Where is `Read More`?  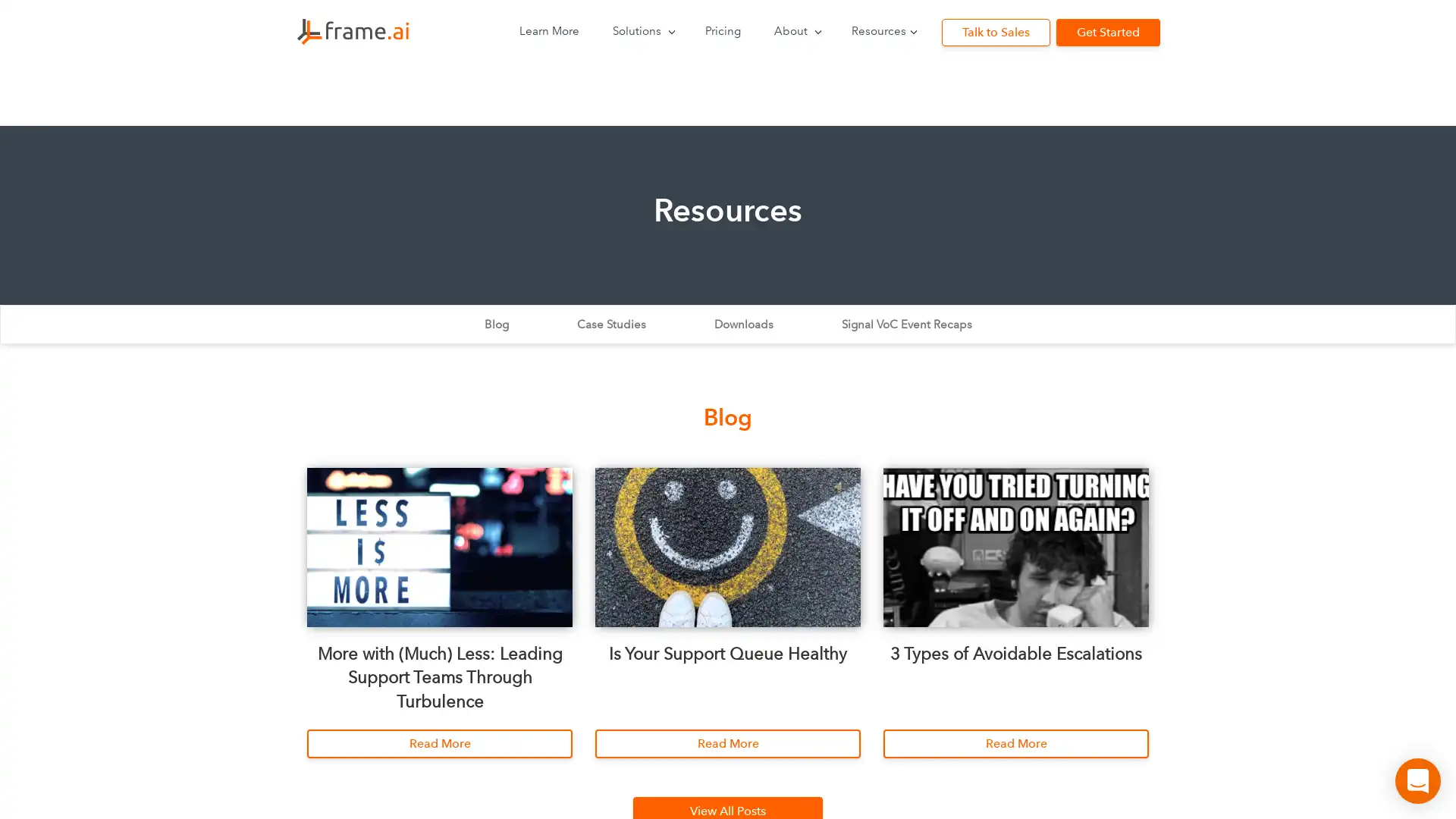 Read More is located at coordinates (728, 742).